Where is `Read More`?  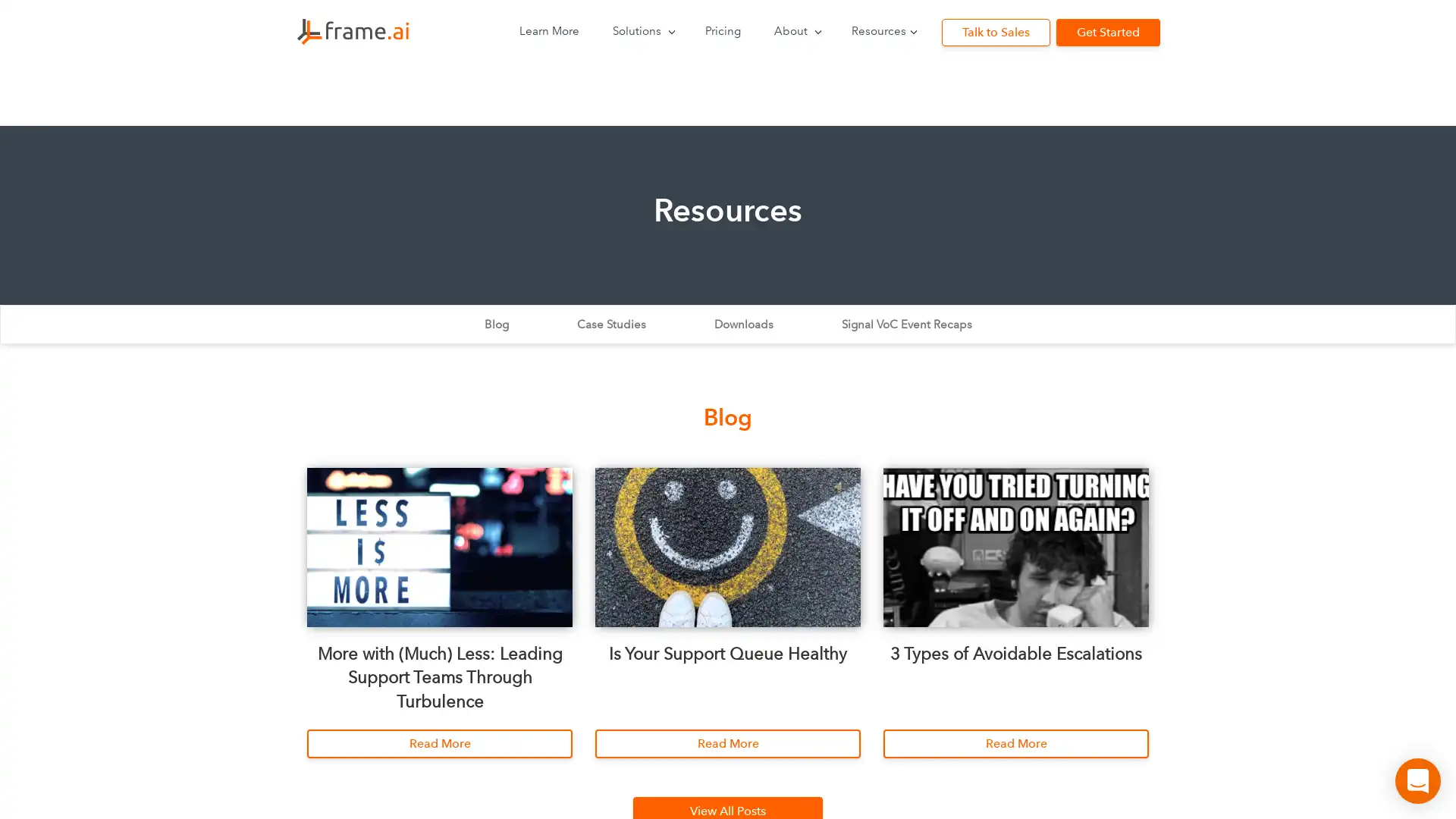 Read More is located at coordinates (728, 742).